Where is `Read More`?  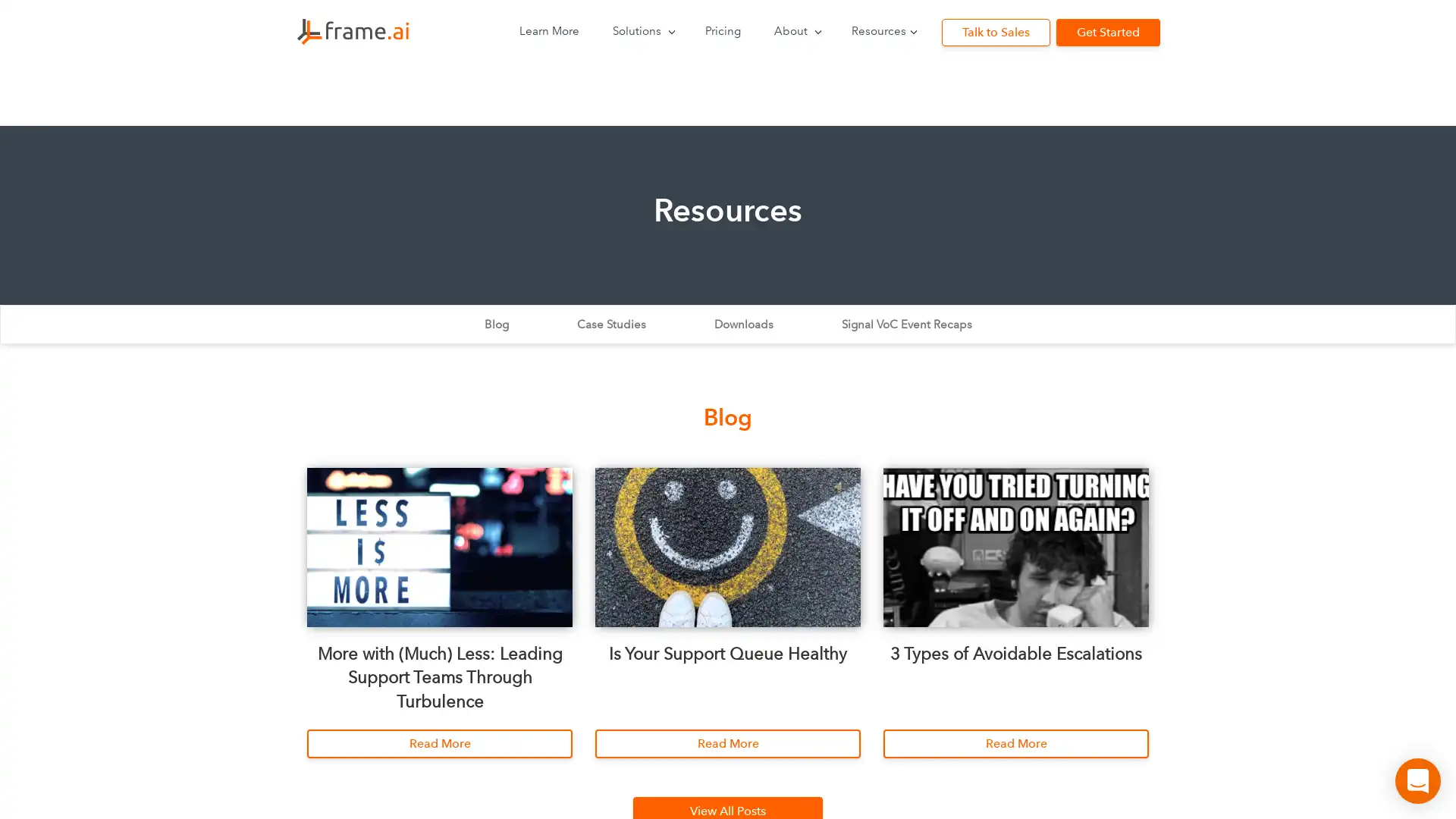 Read More is located at coordinates (728, 742).